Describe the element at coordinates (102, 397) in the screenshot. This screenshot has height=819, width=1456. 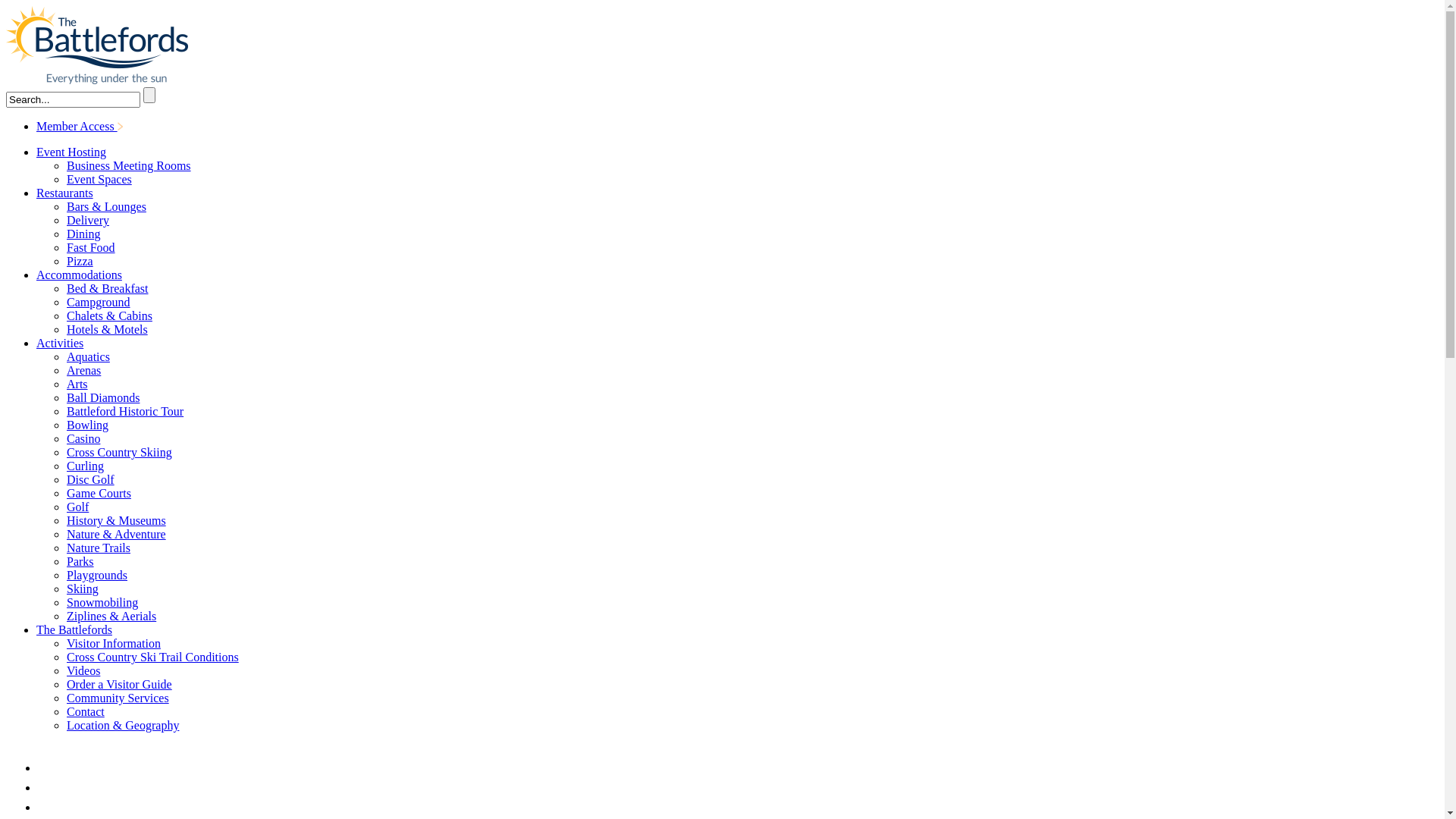
I see `'Ball Diamonds'` at that location.